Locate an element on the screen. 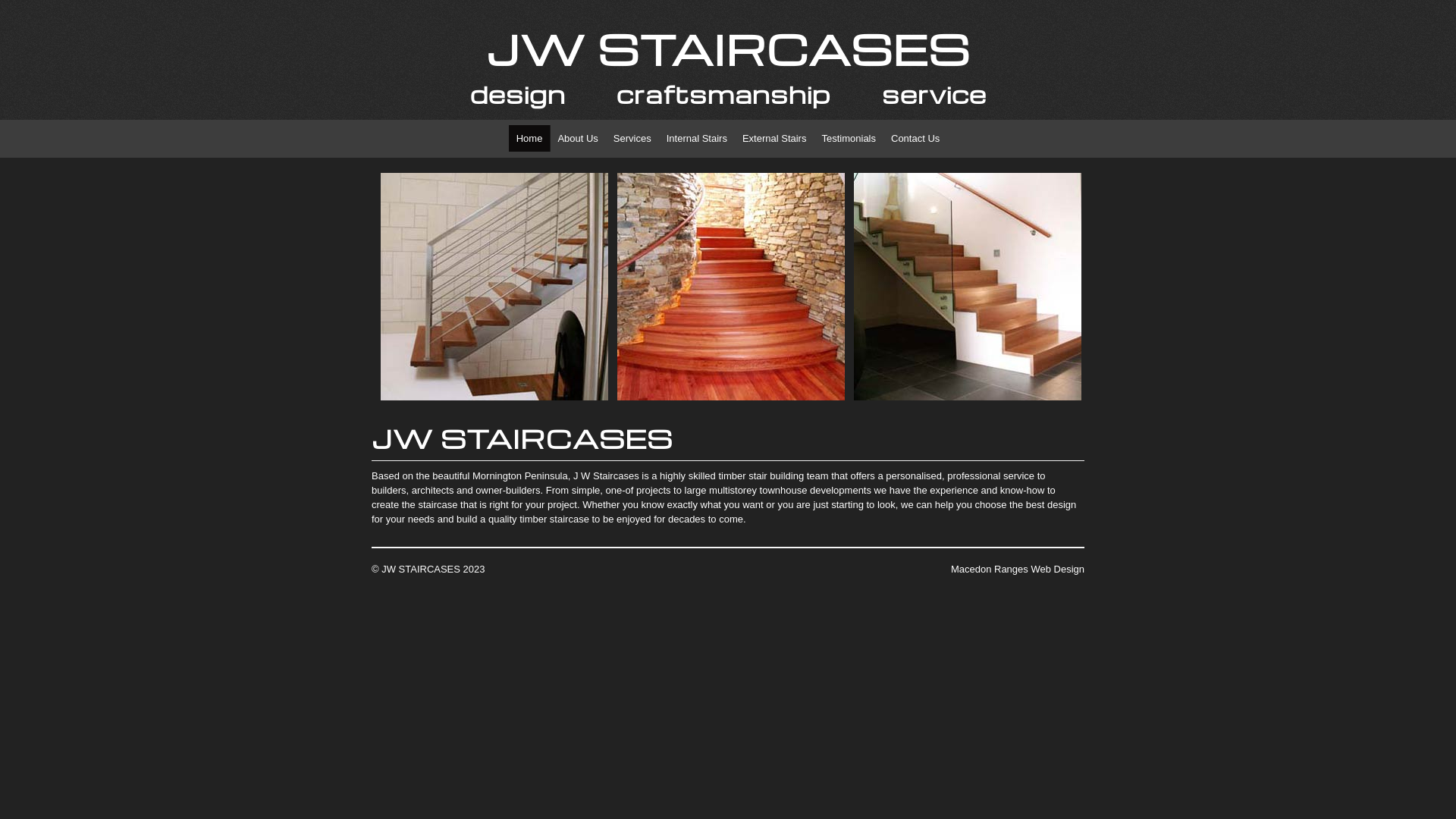  'Contact Us' is located at coordinates (914, 138).